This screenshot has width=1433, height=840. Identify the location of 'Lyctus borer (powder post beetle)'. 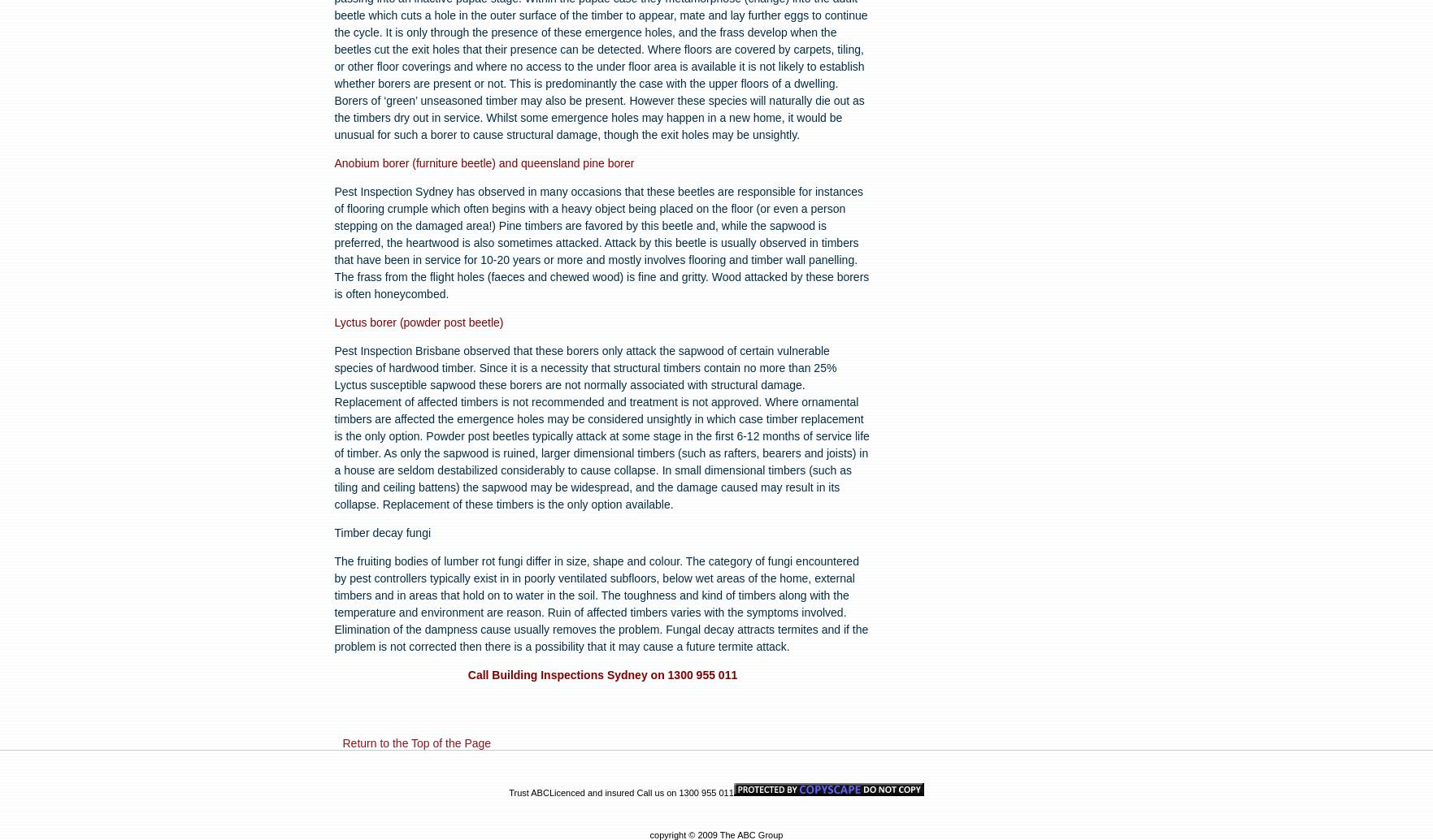
(418, 321).